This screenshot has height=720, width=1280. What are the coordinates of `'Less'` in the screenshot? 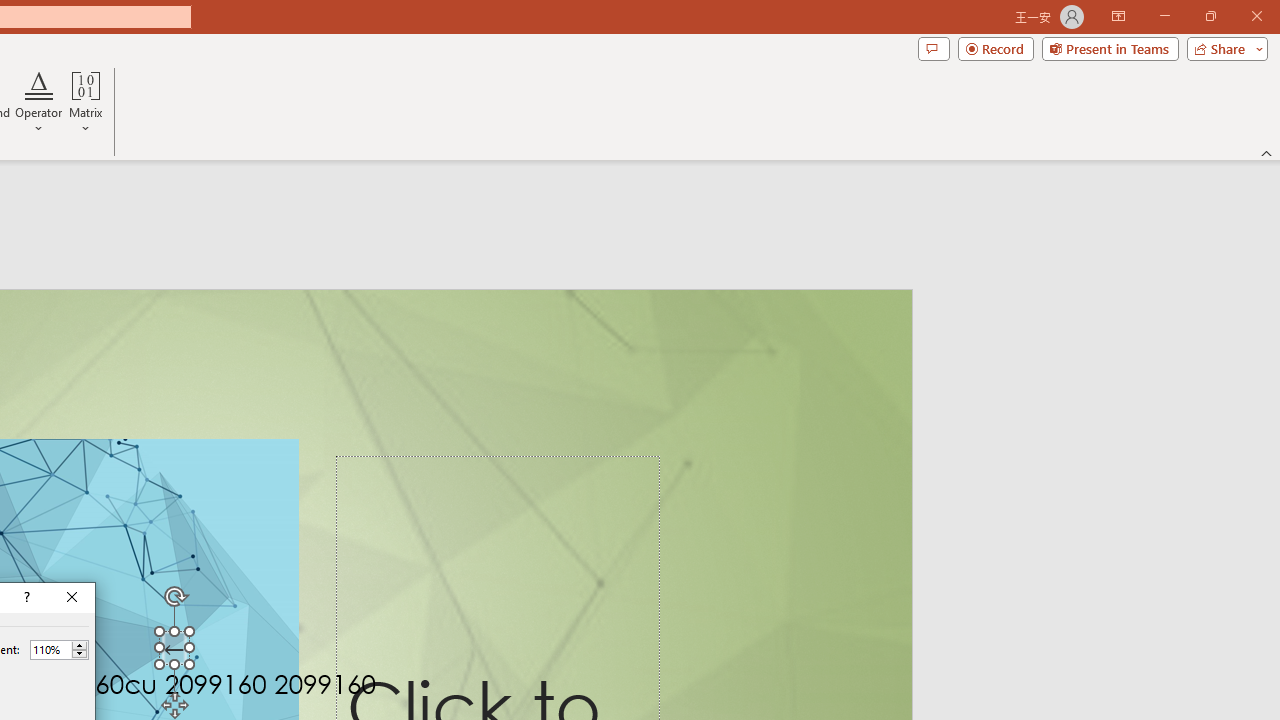 It's located at (79, 654).